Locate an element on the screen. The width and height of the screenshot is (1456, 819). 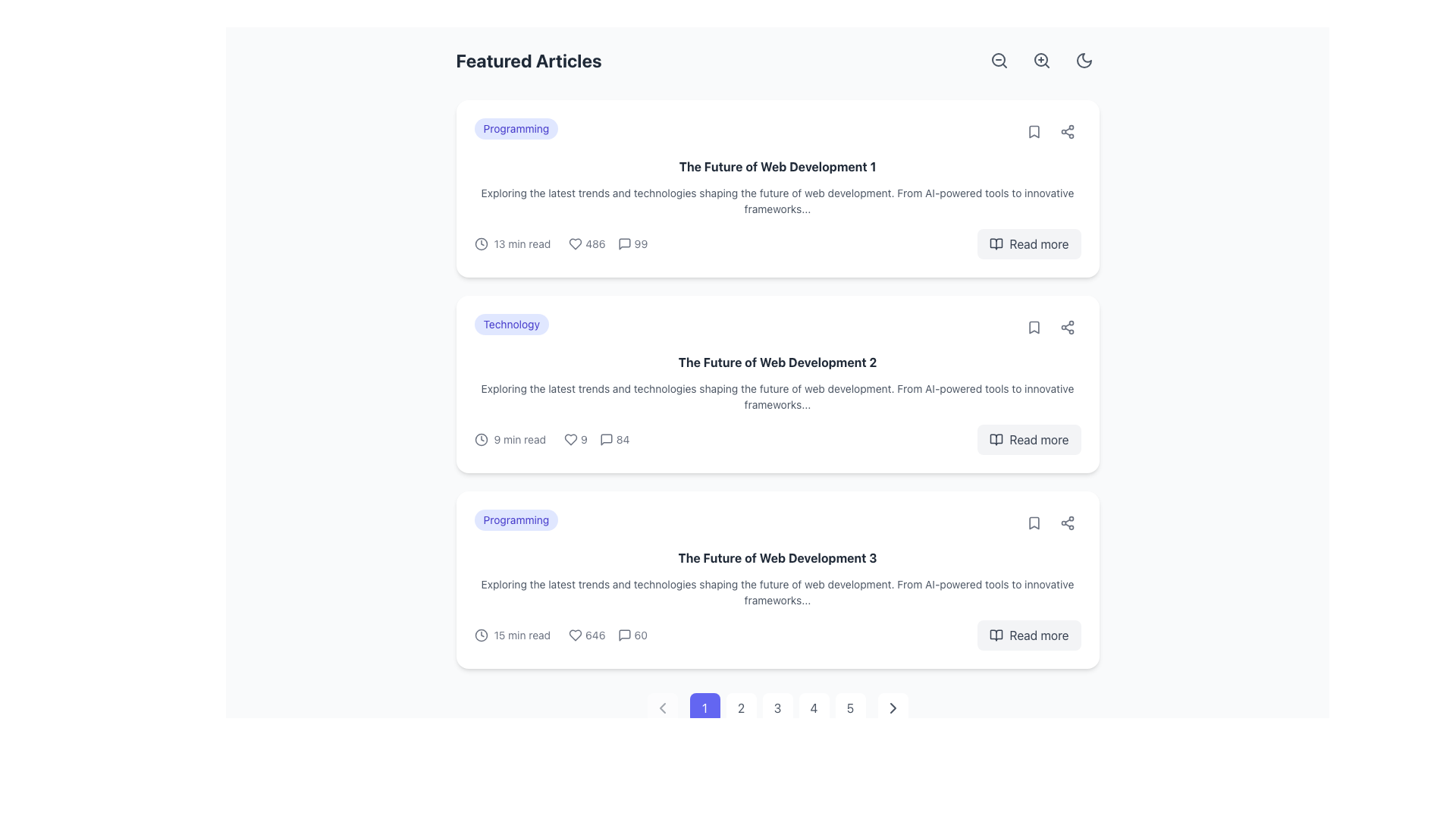
the heart icon with an outlined design in gray color, located next to the number '9' as part of the likes indicator is located at coordinates (570, 439).